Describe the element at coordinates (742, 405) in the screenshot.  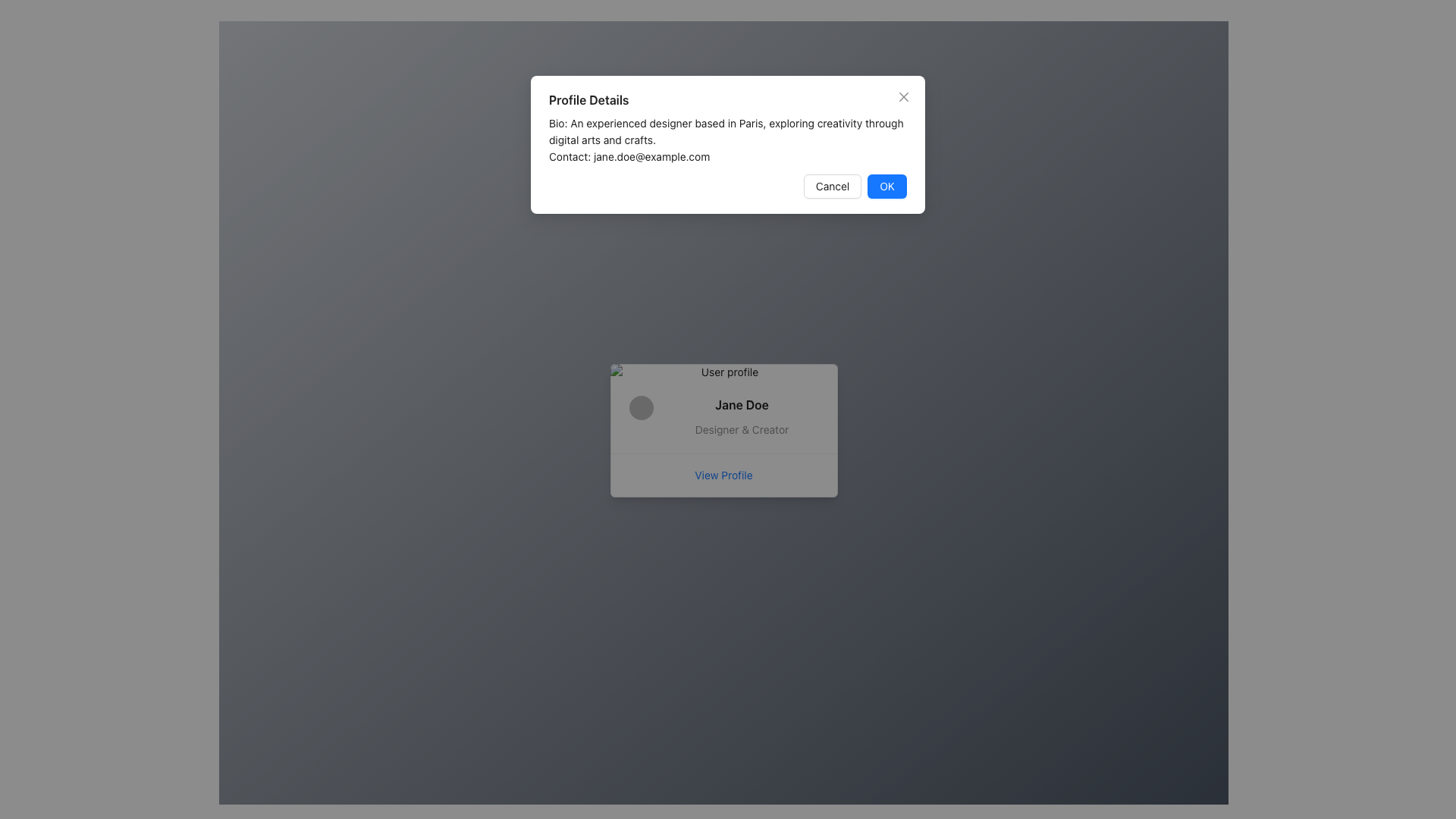
I see `the Text Label element that serves as the title or name designation within the user profile card` at that location.